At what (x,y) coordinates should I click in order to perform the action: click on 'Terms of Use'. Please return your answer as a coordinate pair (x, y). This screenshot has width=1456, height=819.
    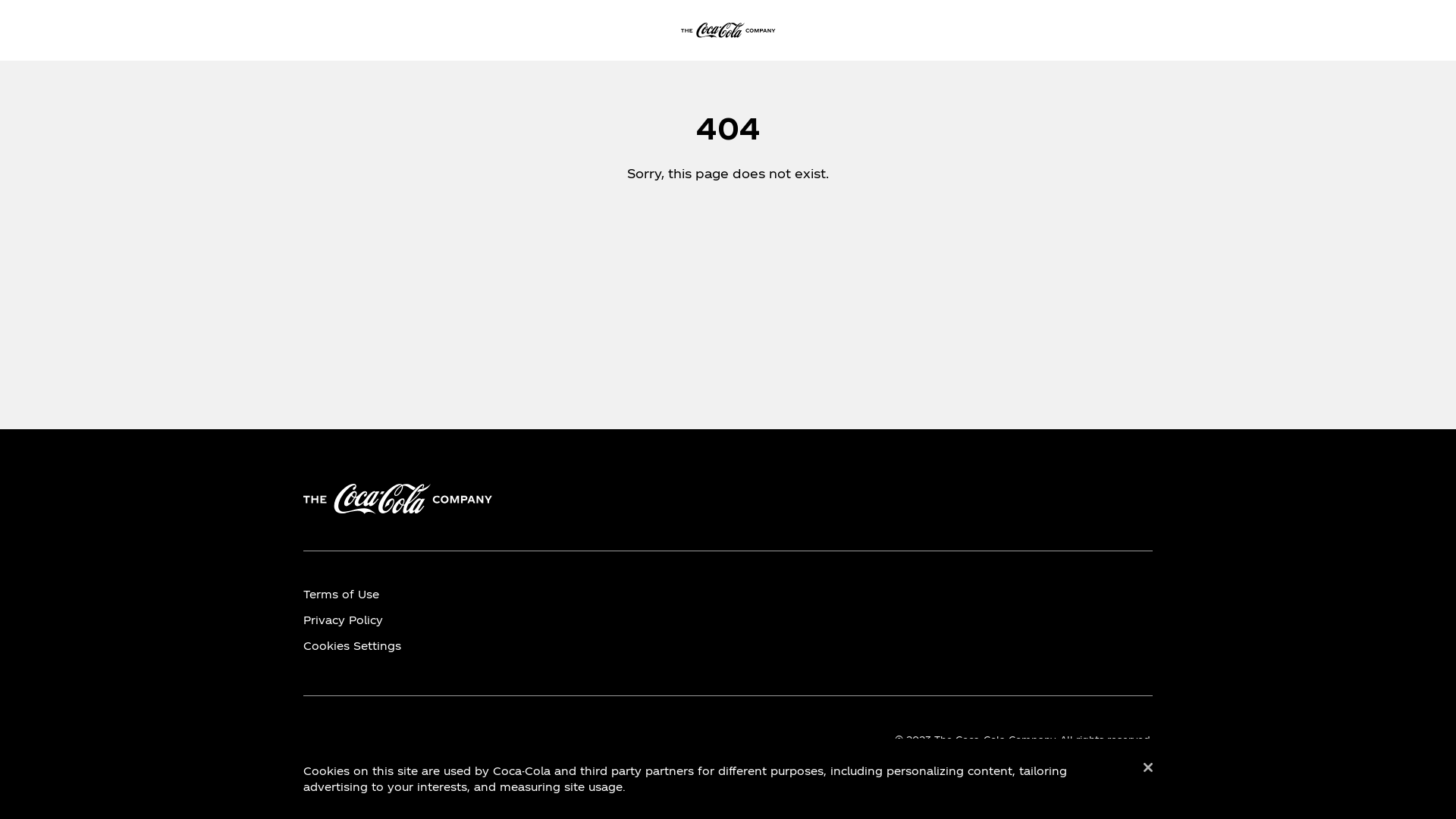
    Looking at the image, I should click on (340, 593).